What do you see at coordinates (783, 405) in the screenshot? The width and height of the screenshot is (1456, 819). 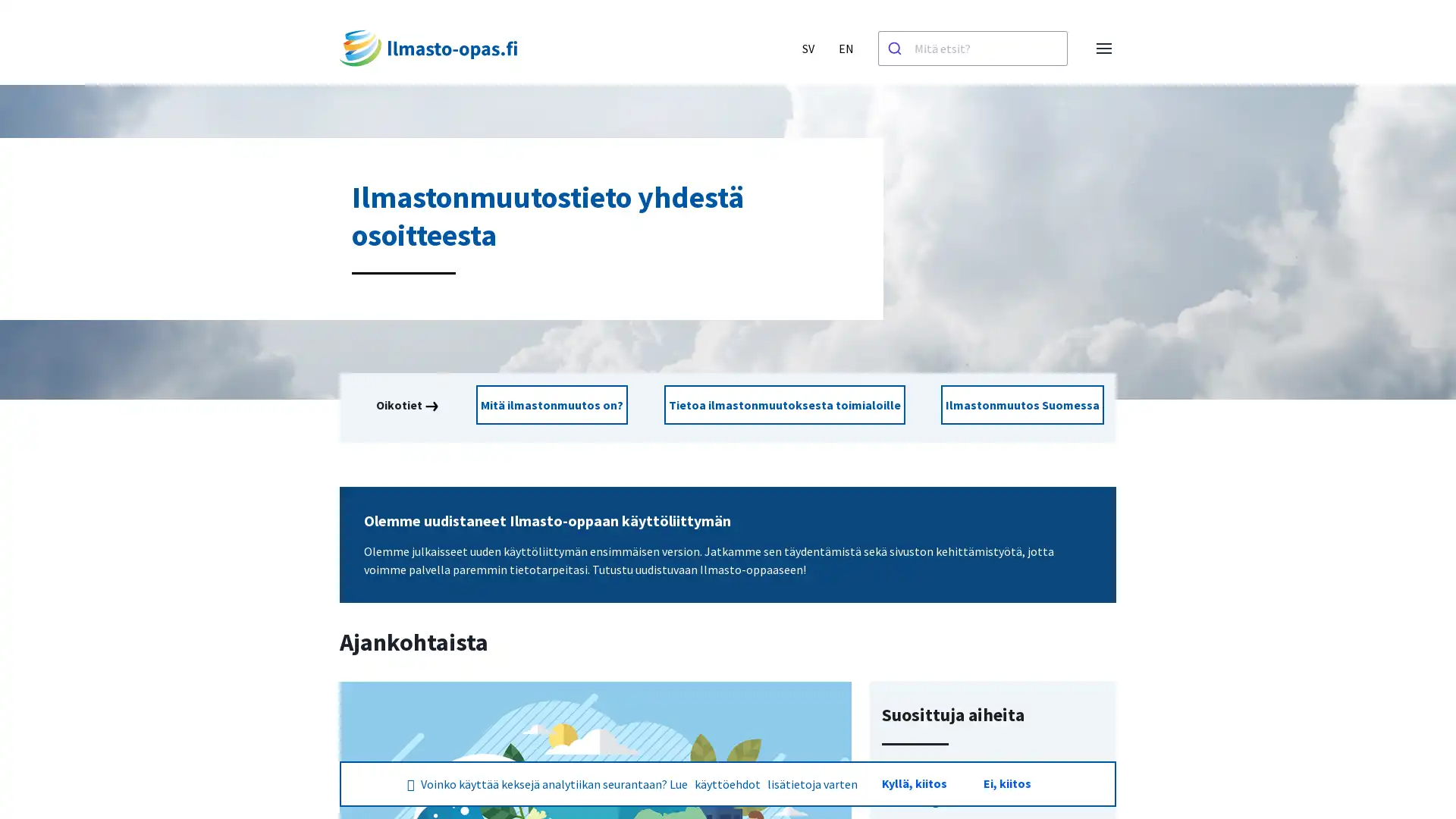 I see `Tietoa ilmastonmuutoksesta toimialoille` at bounding box center [783, 405].